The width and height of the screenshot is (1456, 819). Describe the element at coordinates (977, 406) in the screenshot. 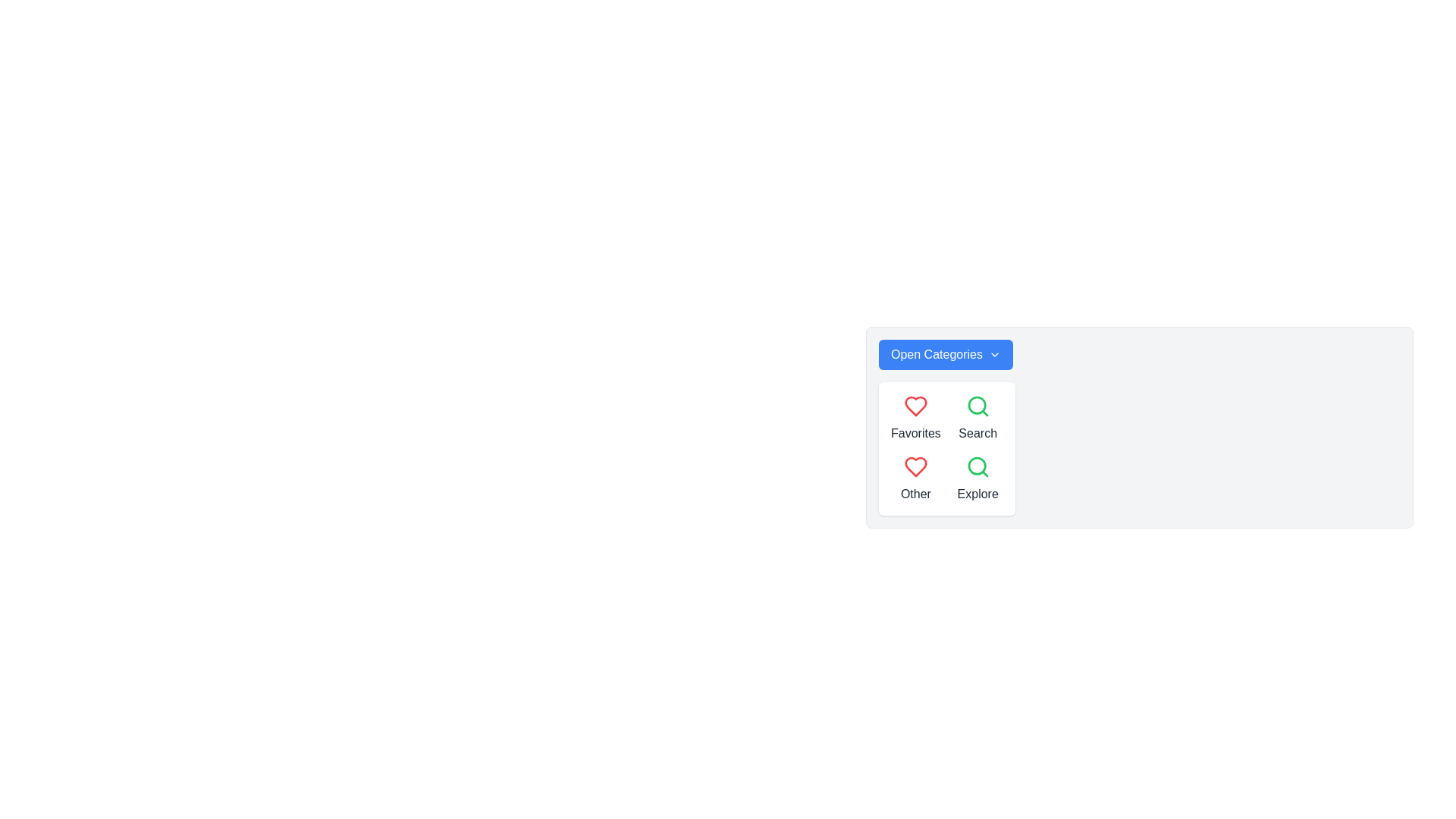

I see `the green magnifying glass icon in the second position of the vertical icon arrangement` at that location.